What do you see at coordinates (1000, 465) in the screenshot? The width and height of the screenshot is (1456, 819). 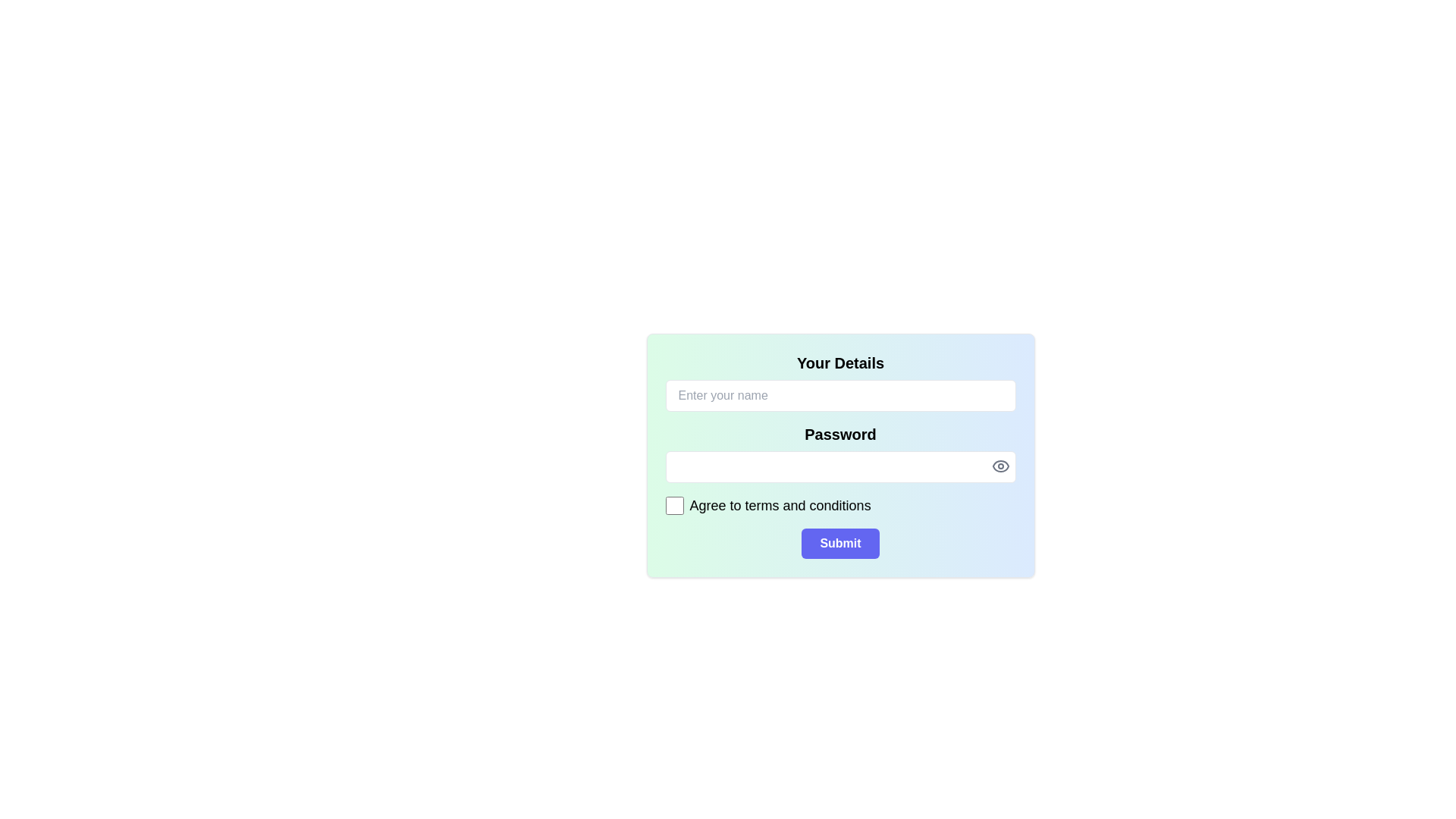 I see `the eye icon element that toggles password visibility located at the end of the password input field` at bounding box center [1000, 465].